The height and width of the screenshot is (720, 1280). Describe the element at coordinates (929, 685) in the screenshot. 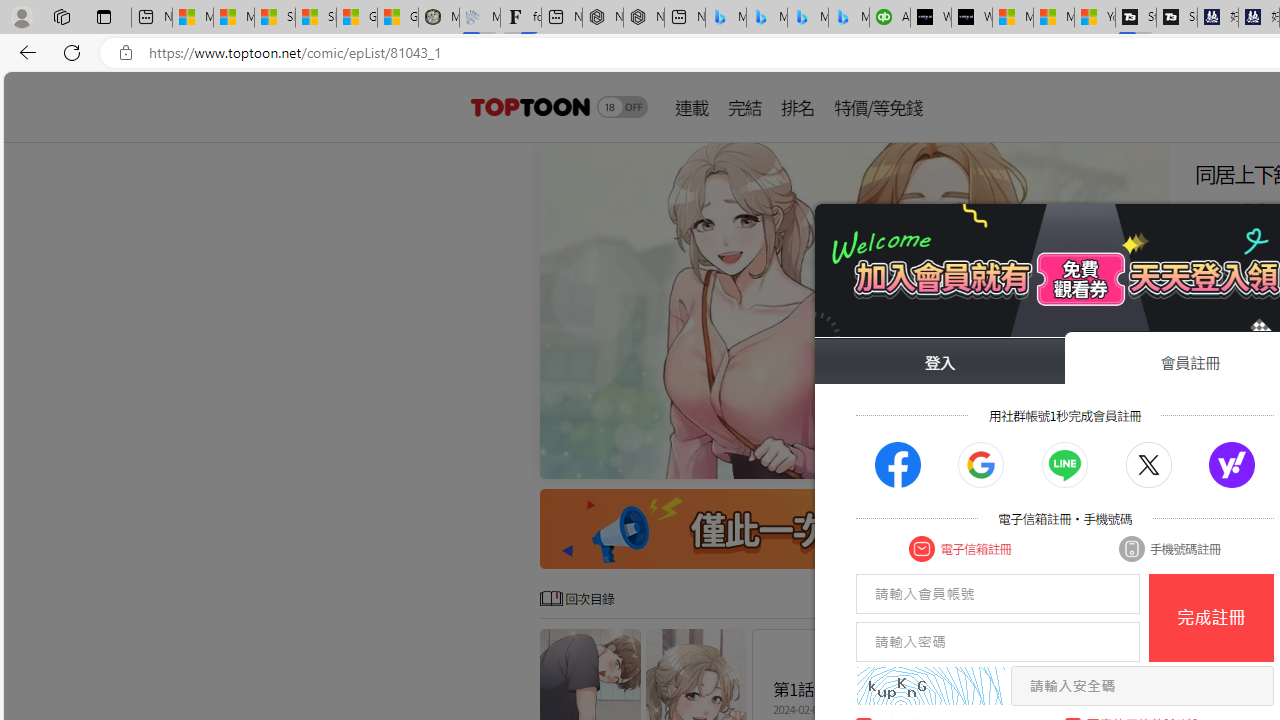

I see `'captcha'` at that location.